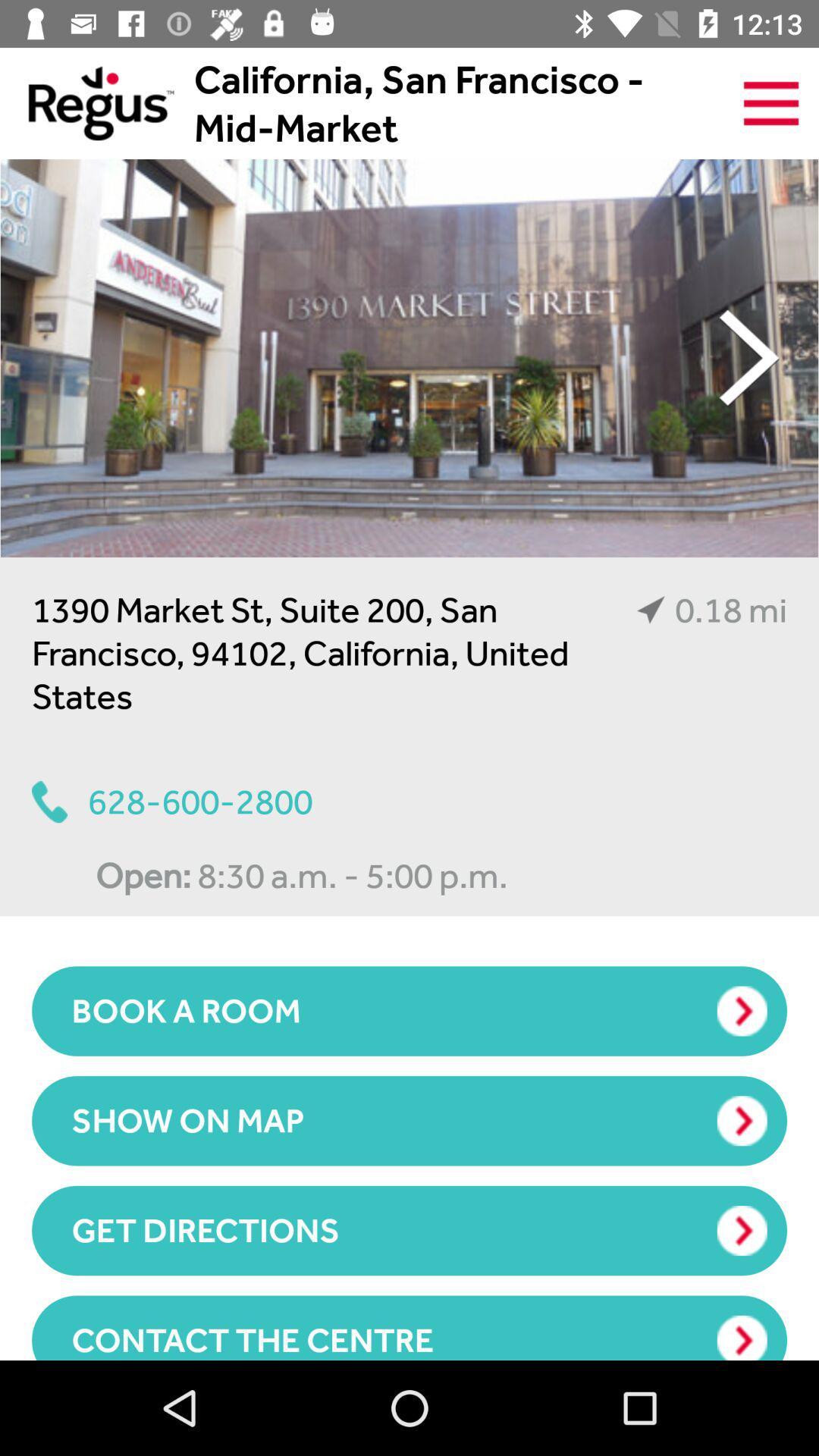 Image resolution: width=819 pixels, height=1456 pixels. What do you see at coordinates (171, 801) in the screenshot?
I see `the icon above open 8 30` at bounding box center [171, 801].